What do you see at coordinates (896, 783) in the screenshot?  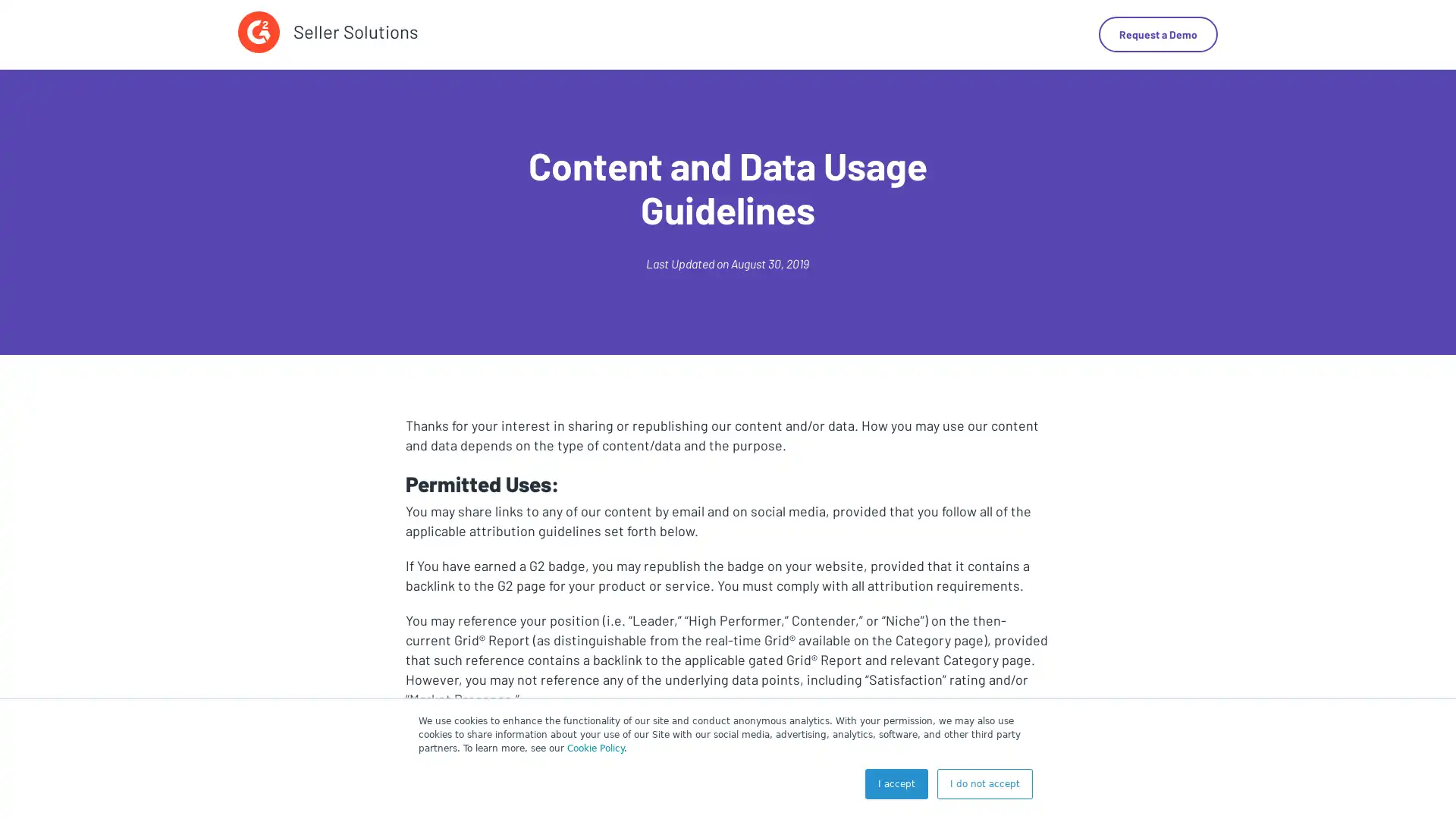 I see `I accept` at bounding box center [896, 783].